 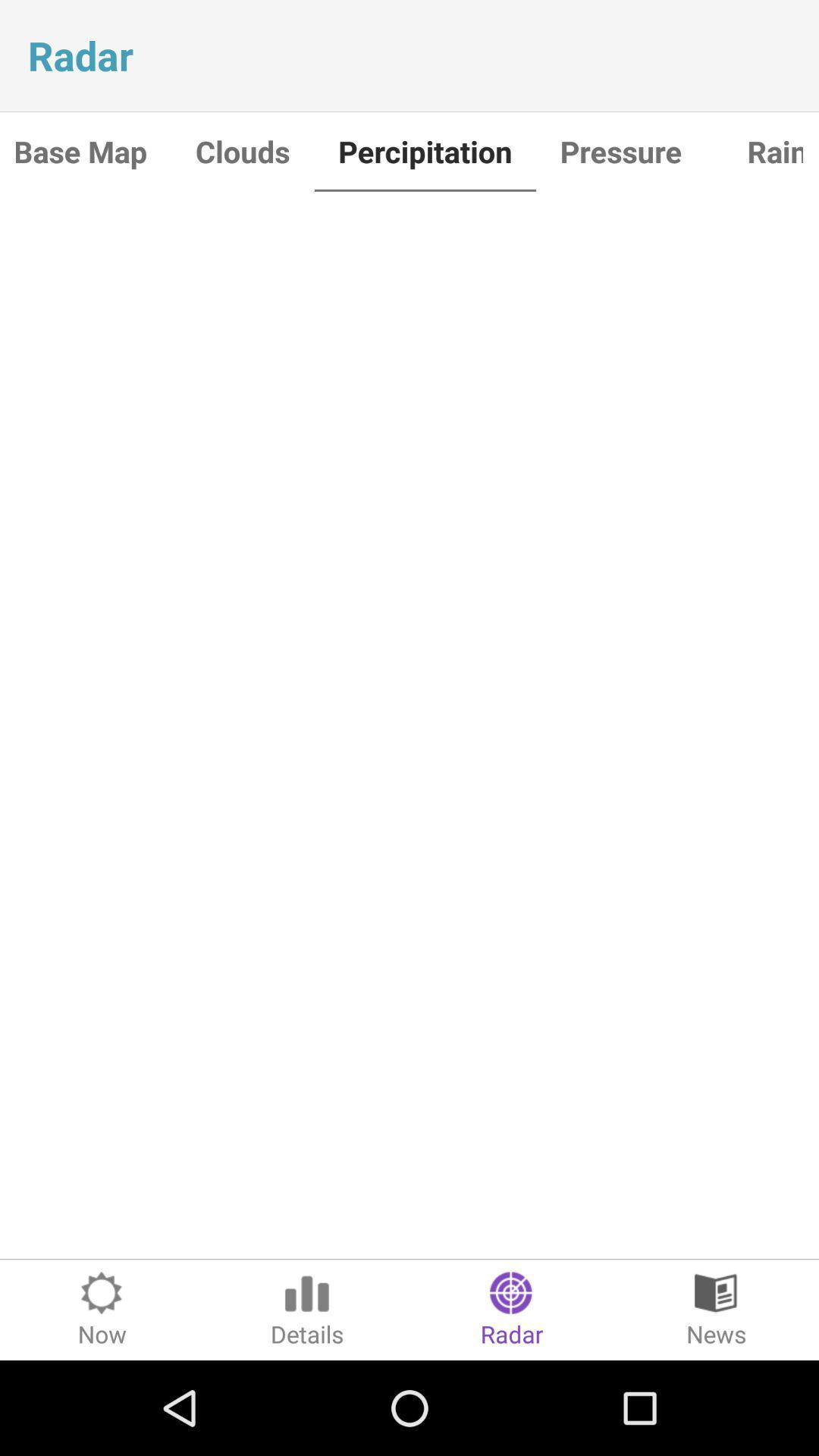 I want to click on icon to the right of radar, so click(x=717, y=1309).